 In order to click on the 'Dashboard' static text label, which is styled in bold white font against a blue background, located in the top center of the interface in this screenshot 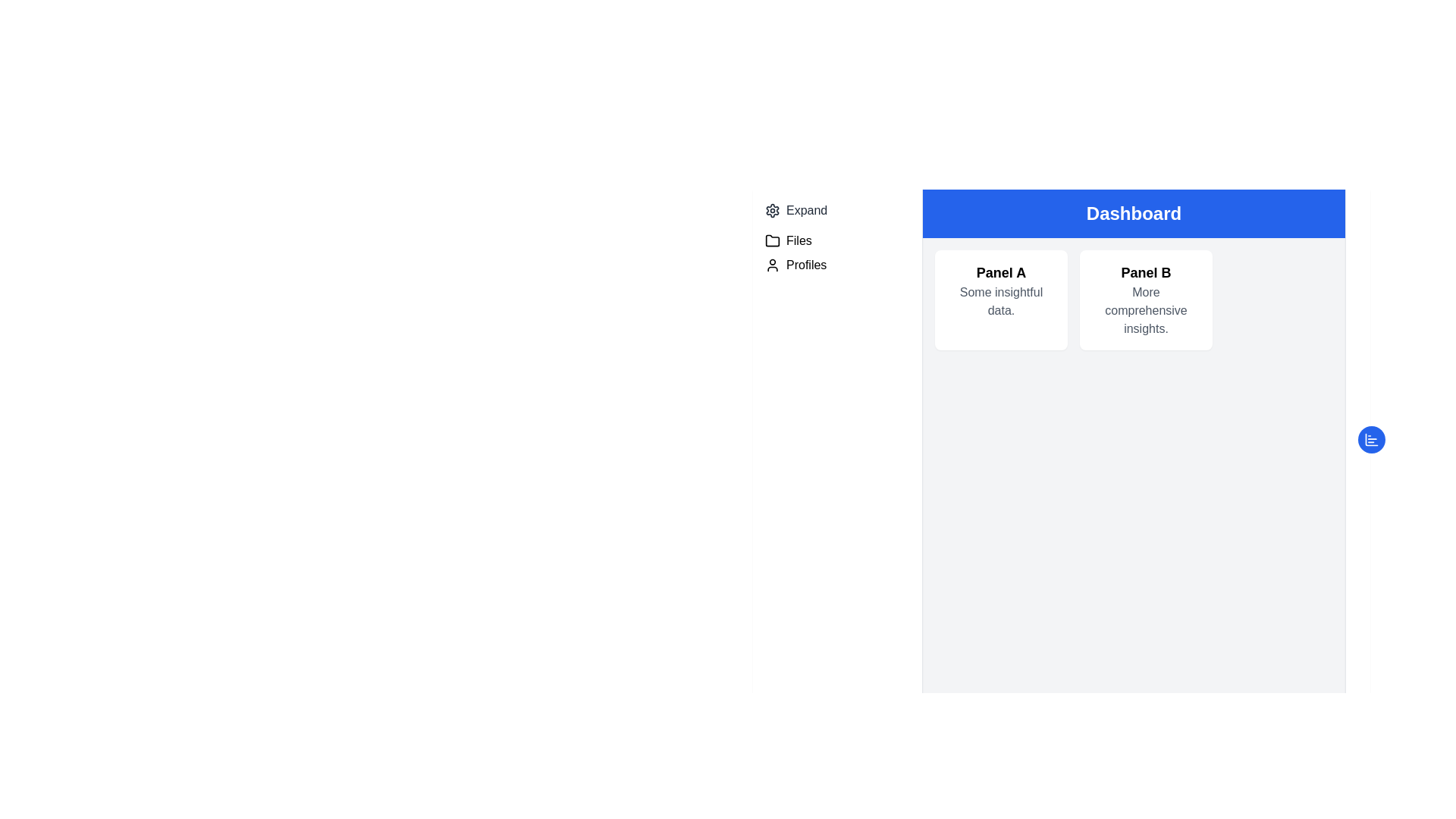, I will do `click(1134, 213)`.